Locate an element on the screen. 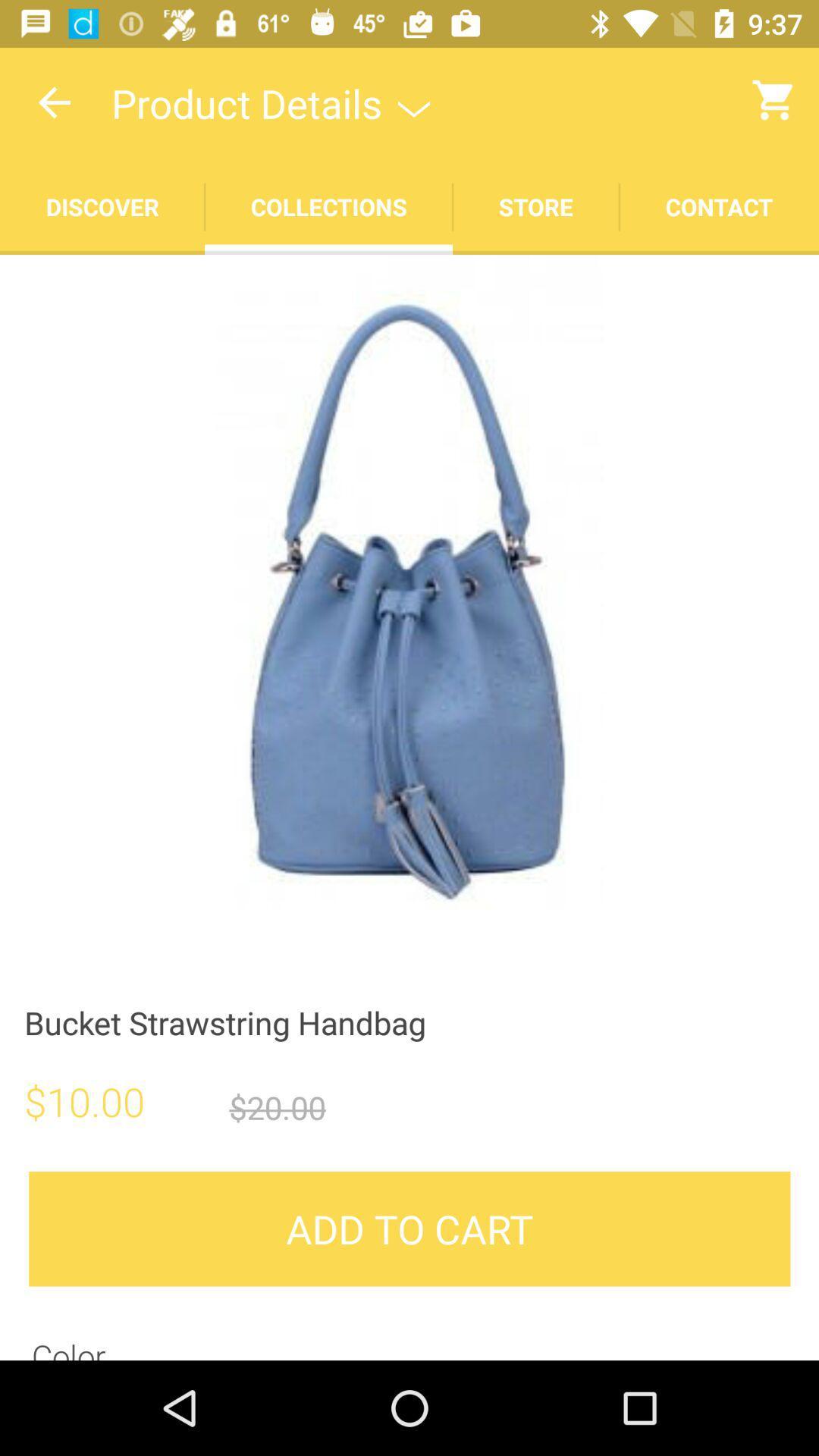  the down arrow to view product details is located at coordinates (414, 102).